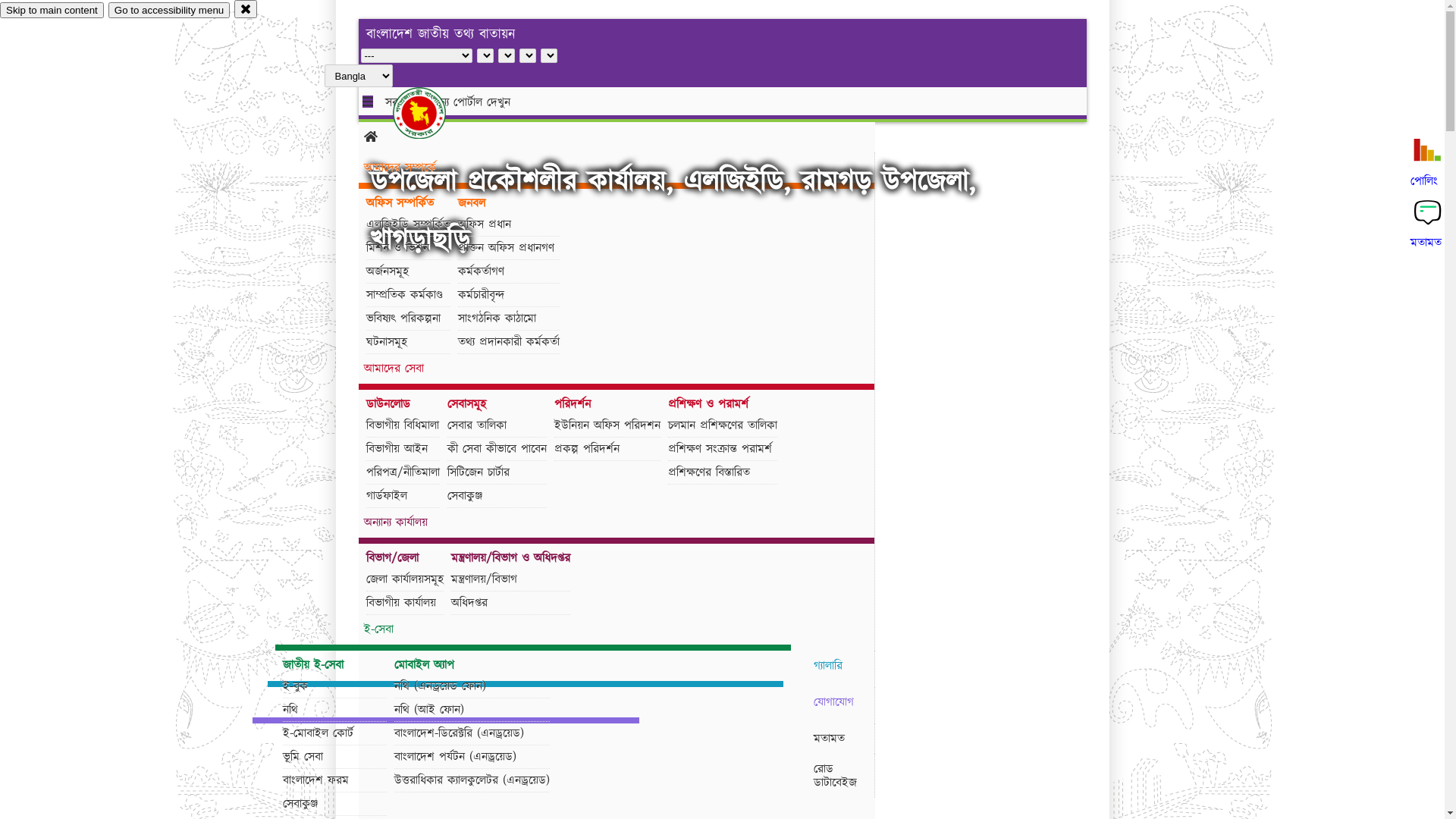 The width and height of the screenshot is (1456, 819). I want to click on 'Skip to main content', so click(52, 10).